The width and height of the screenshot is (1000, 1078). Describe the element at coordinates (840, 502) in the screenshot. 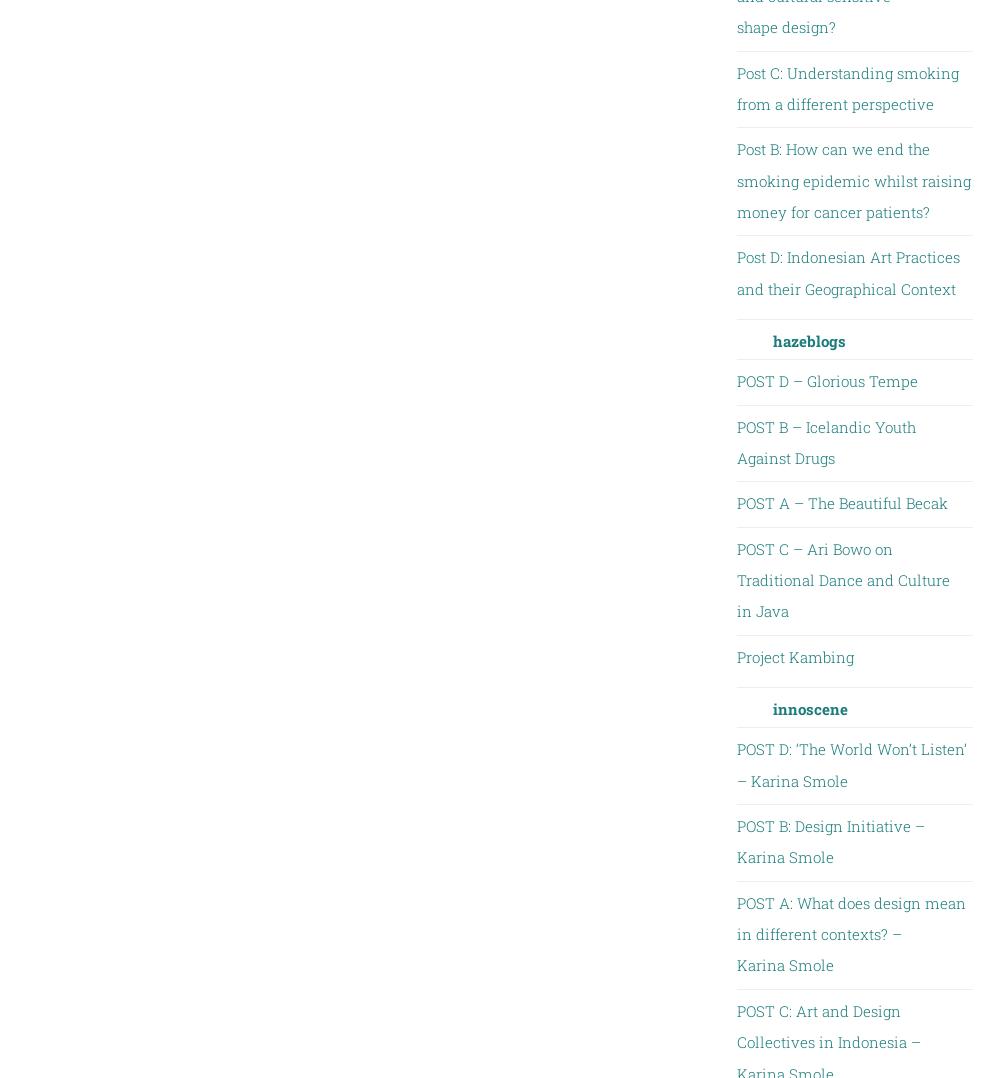

I see `'POST A – The Beautiful Becak'` at that location.